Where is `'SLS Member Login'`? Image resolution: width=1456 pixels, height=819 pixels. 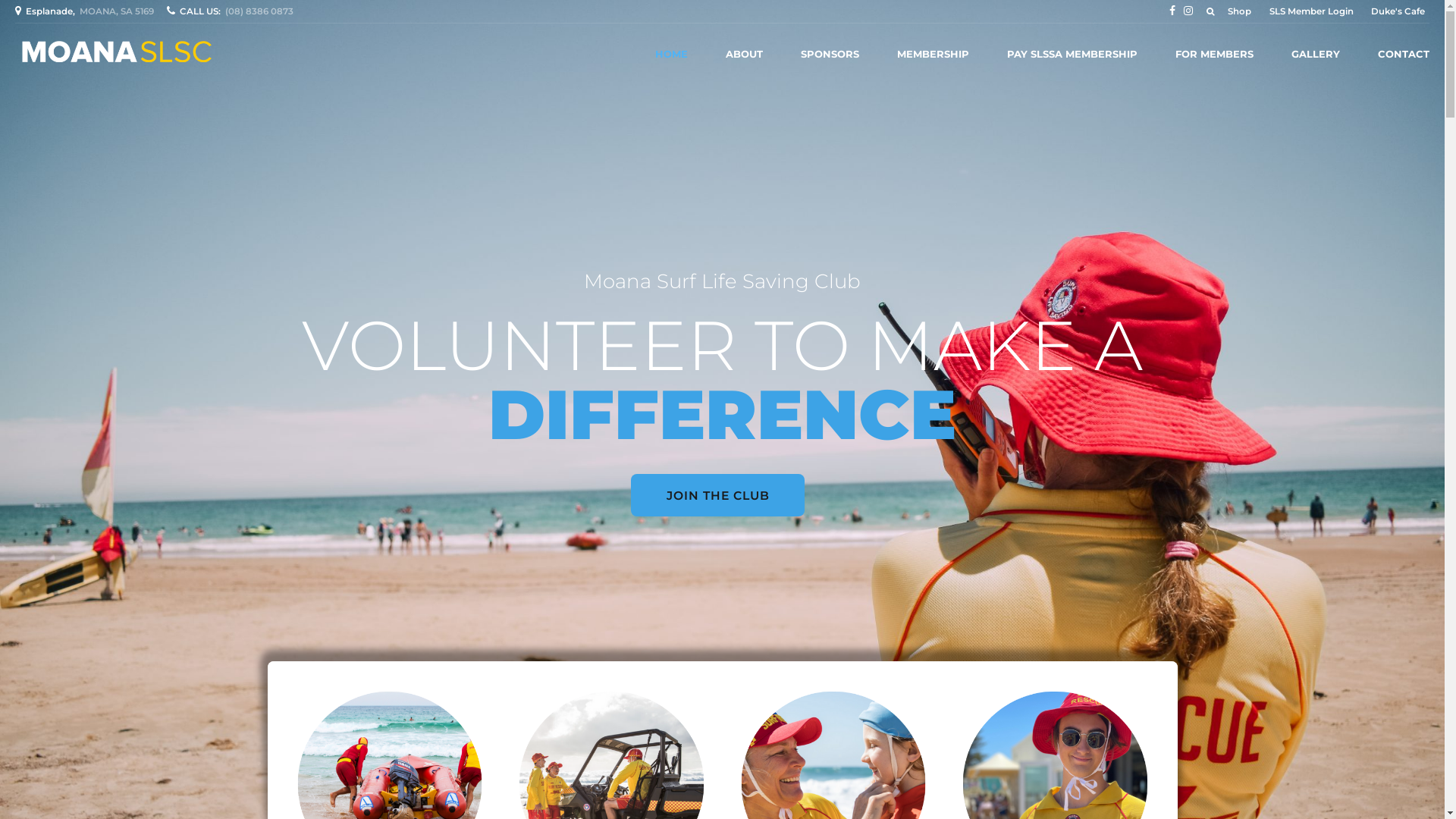
'SLS Member Login' is located at coordinates (1265, 11).